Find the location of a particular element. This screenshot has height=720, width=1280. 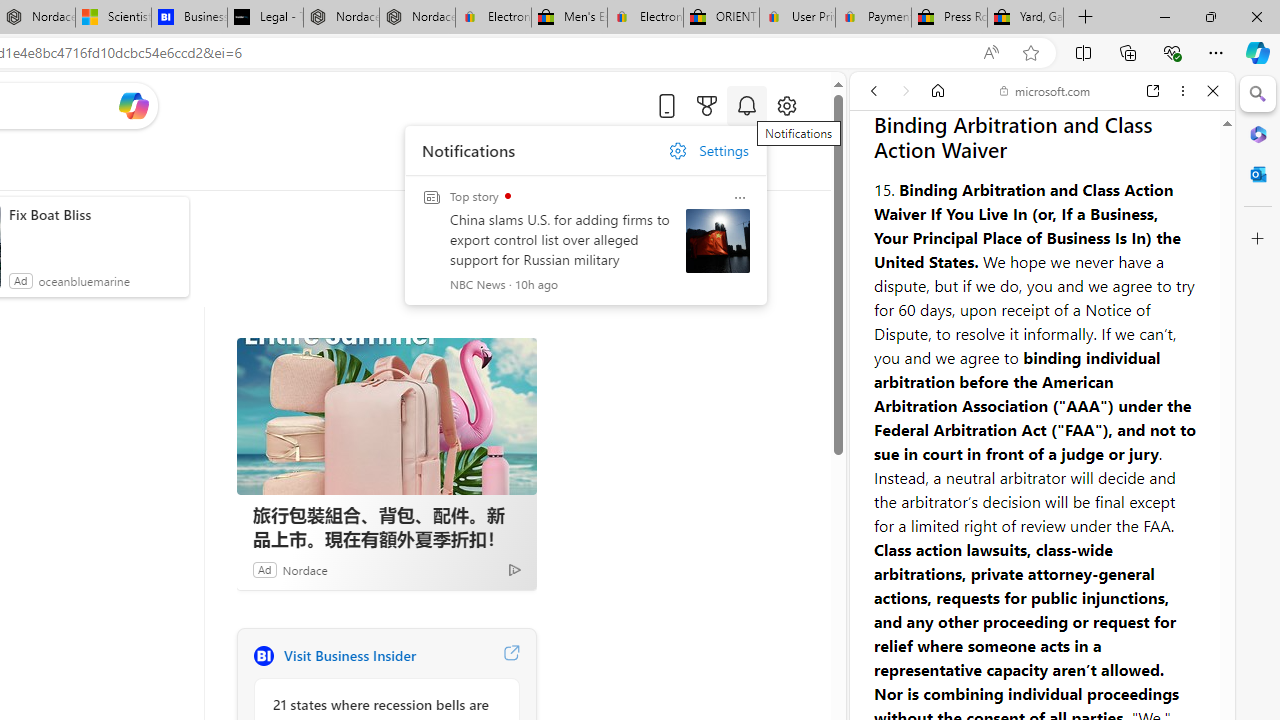

'Open Copilot' is located at coordinates (132, 105).